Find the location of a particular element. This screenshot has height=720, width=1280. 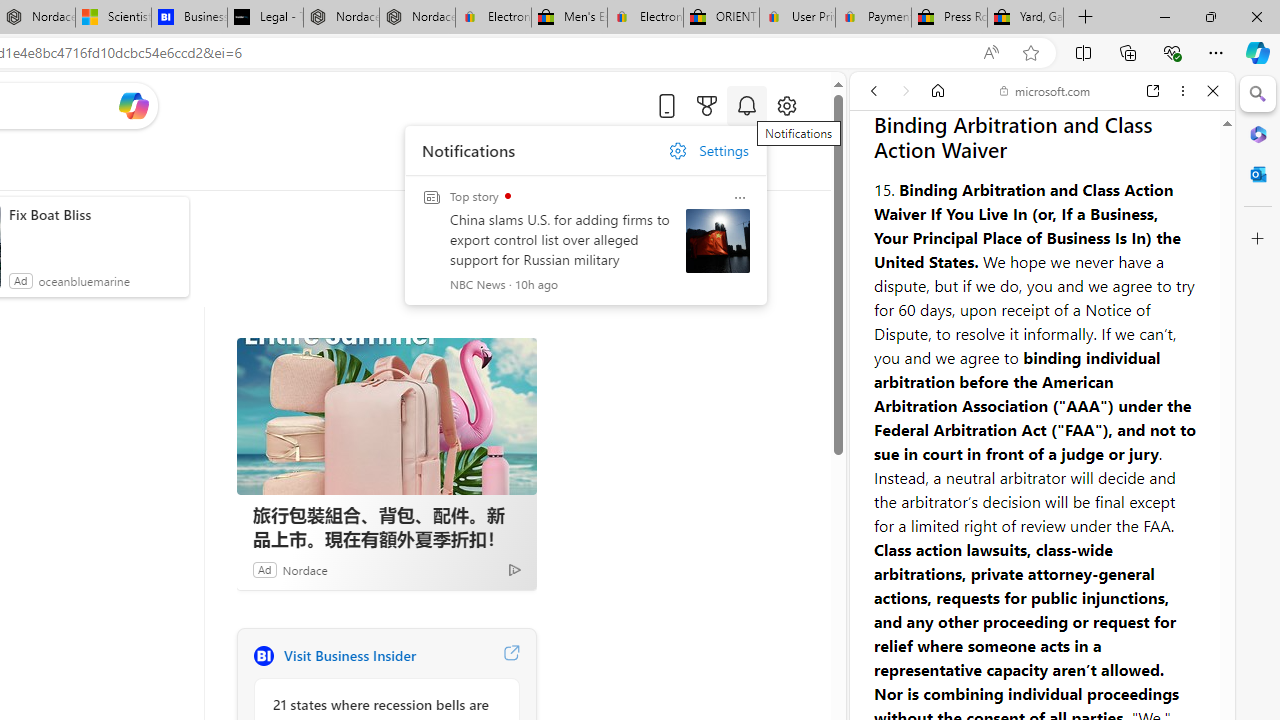

'Open Copilot' is located at coordinates (132, 105).